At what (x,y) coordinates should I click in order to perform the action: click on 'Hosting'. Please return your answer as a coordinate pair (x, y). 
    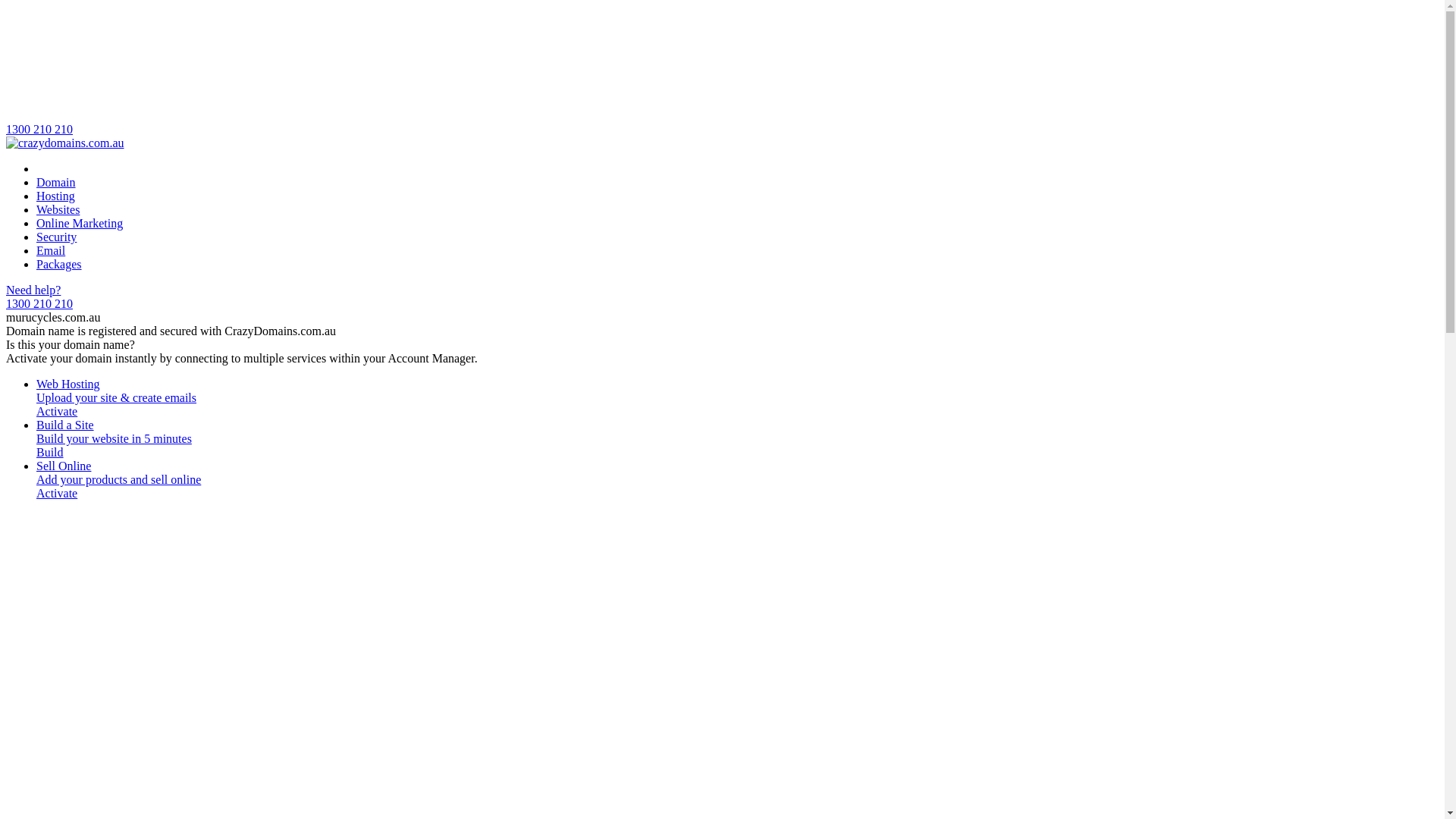
    Looking at the image, I should click on (55, 195).